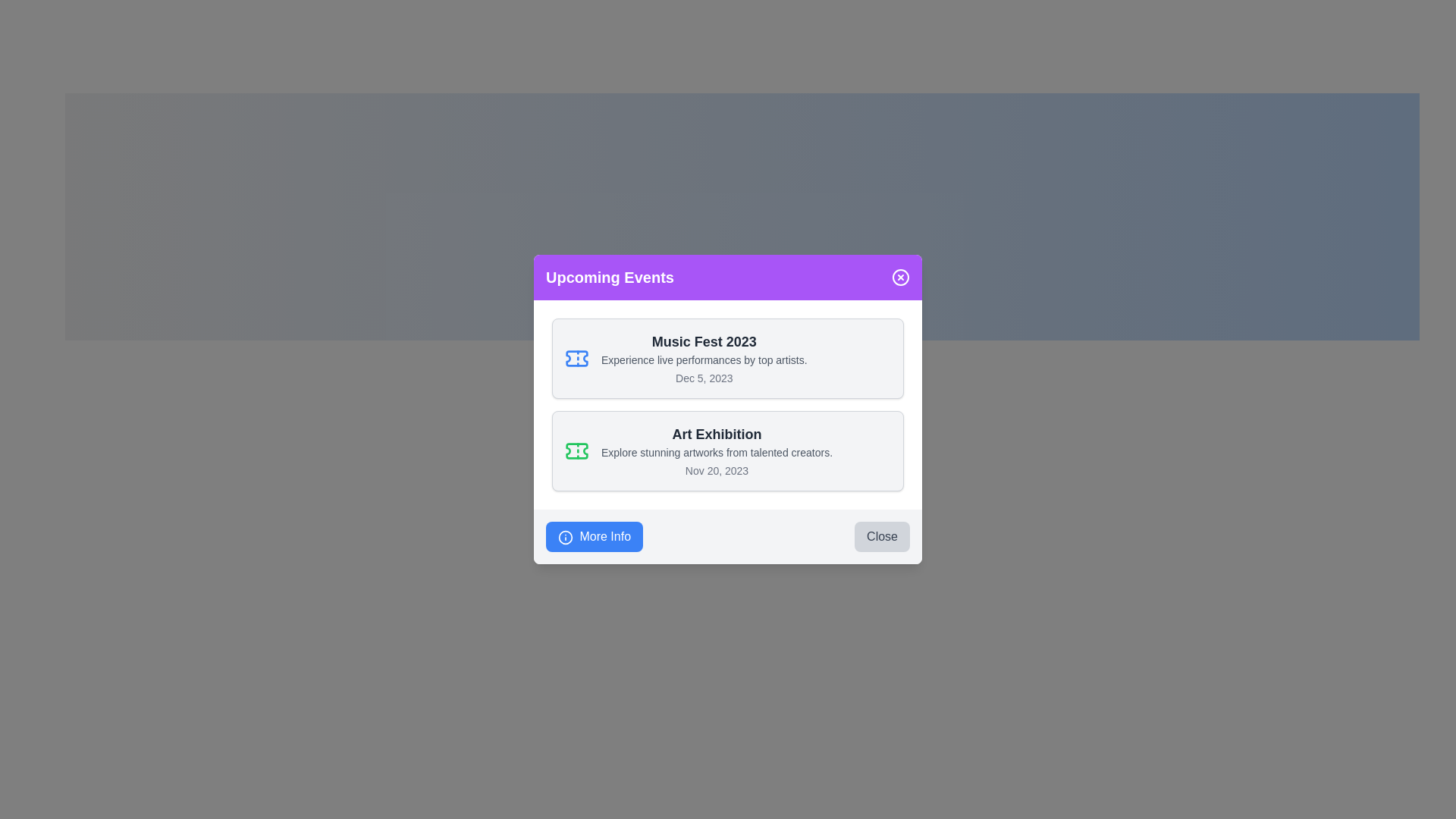  I want to click on event details from the 'Music Fest 2023' textual content block located in the purple 'Upcoming Events' panel, which is the first event in the list, so click(703, 359).